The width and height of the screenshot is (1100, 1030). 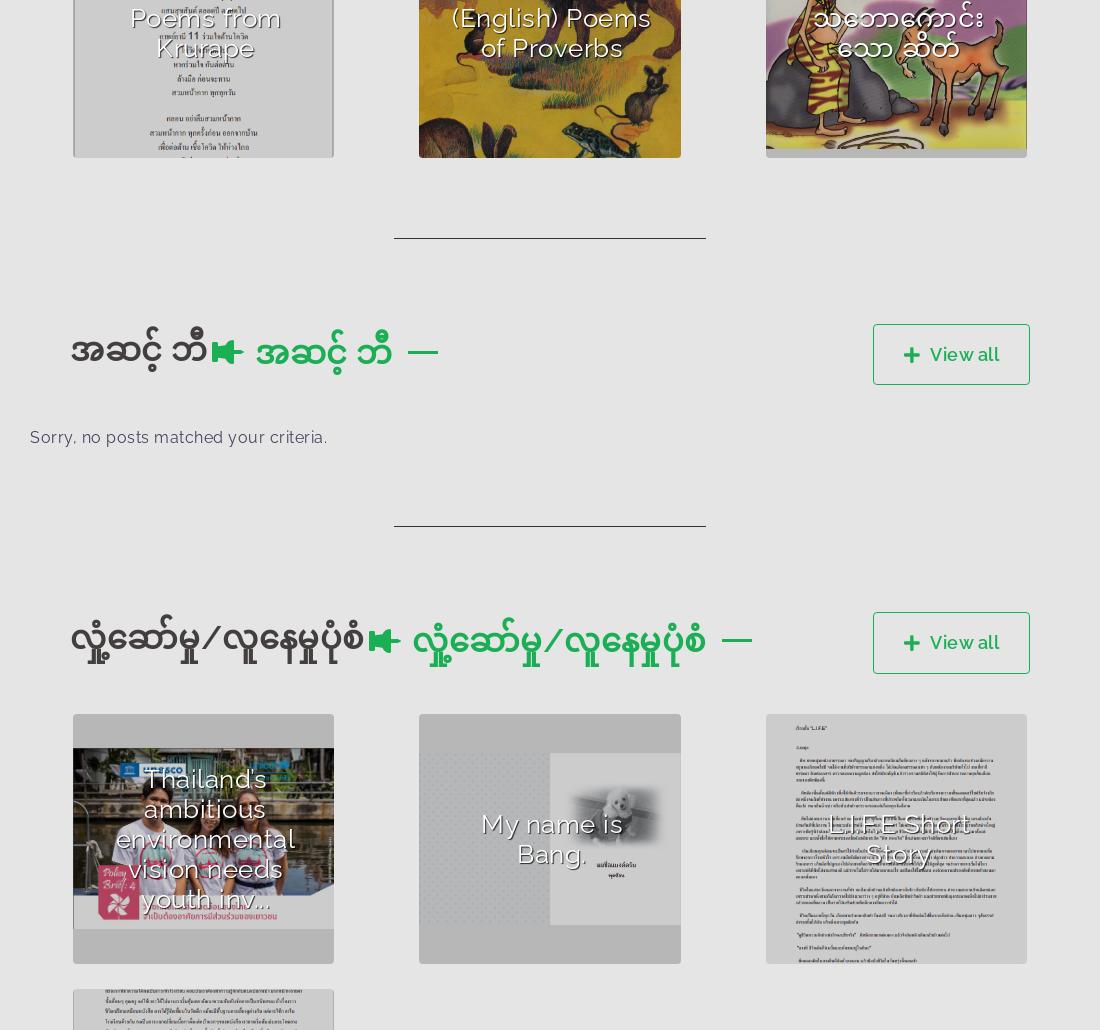 What do you see at coordinates (870, 775) in the screenshot?
I see `'Author :เด็กชายวันพุธ'` at bounding box center [870, 775].